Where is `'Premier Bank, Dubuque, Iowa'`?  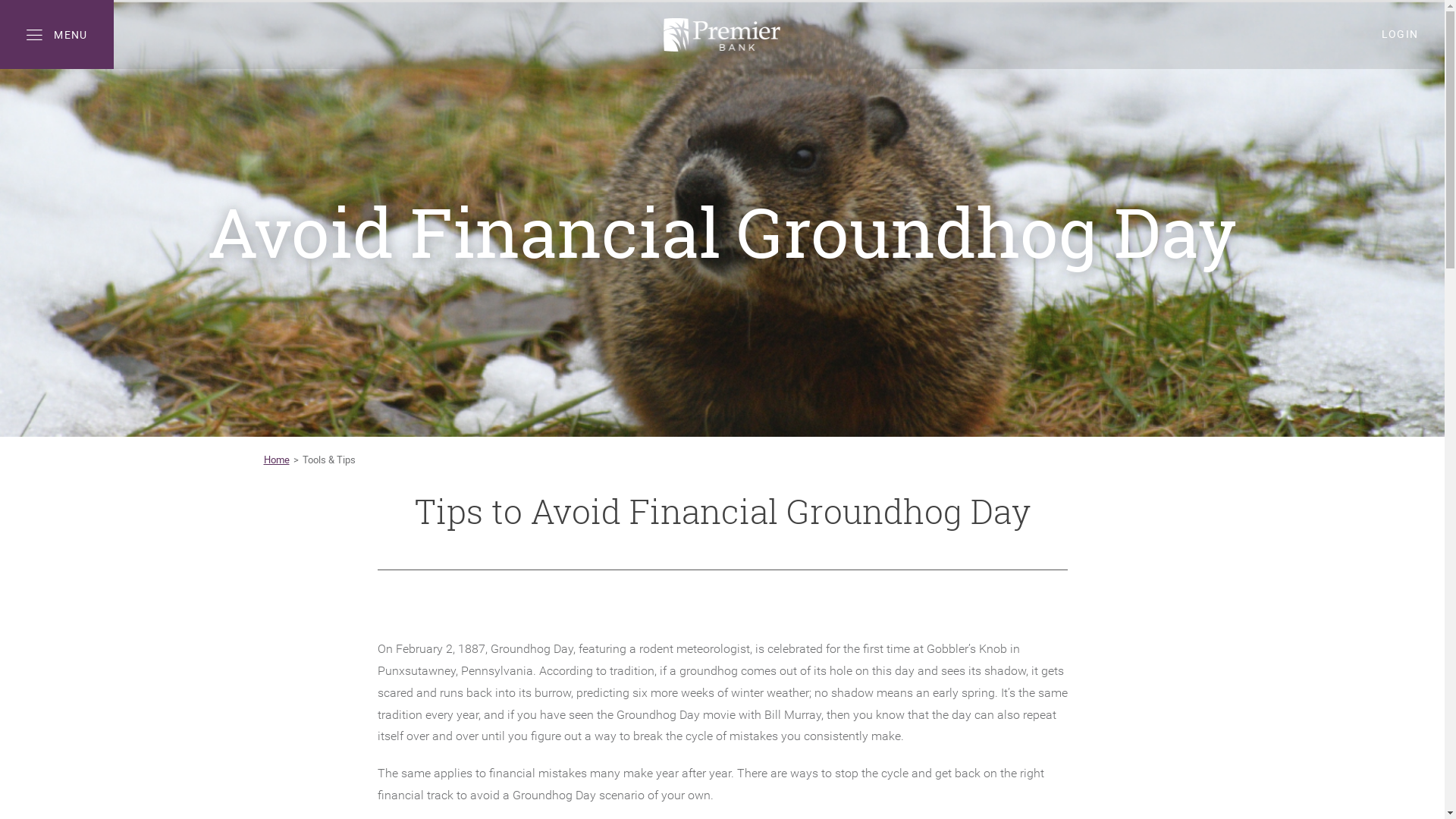
'Premier Bank, Dubuque, Iowa' is located at coordinates (720, 34).